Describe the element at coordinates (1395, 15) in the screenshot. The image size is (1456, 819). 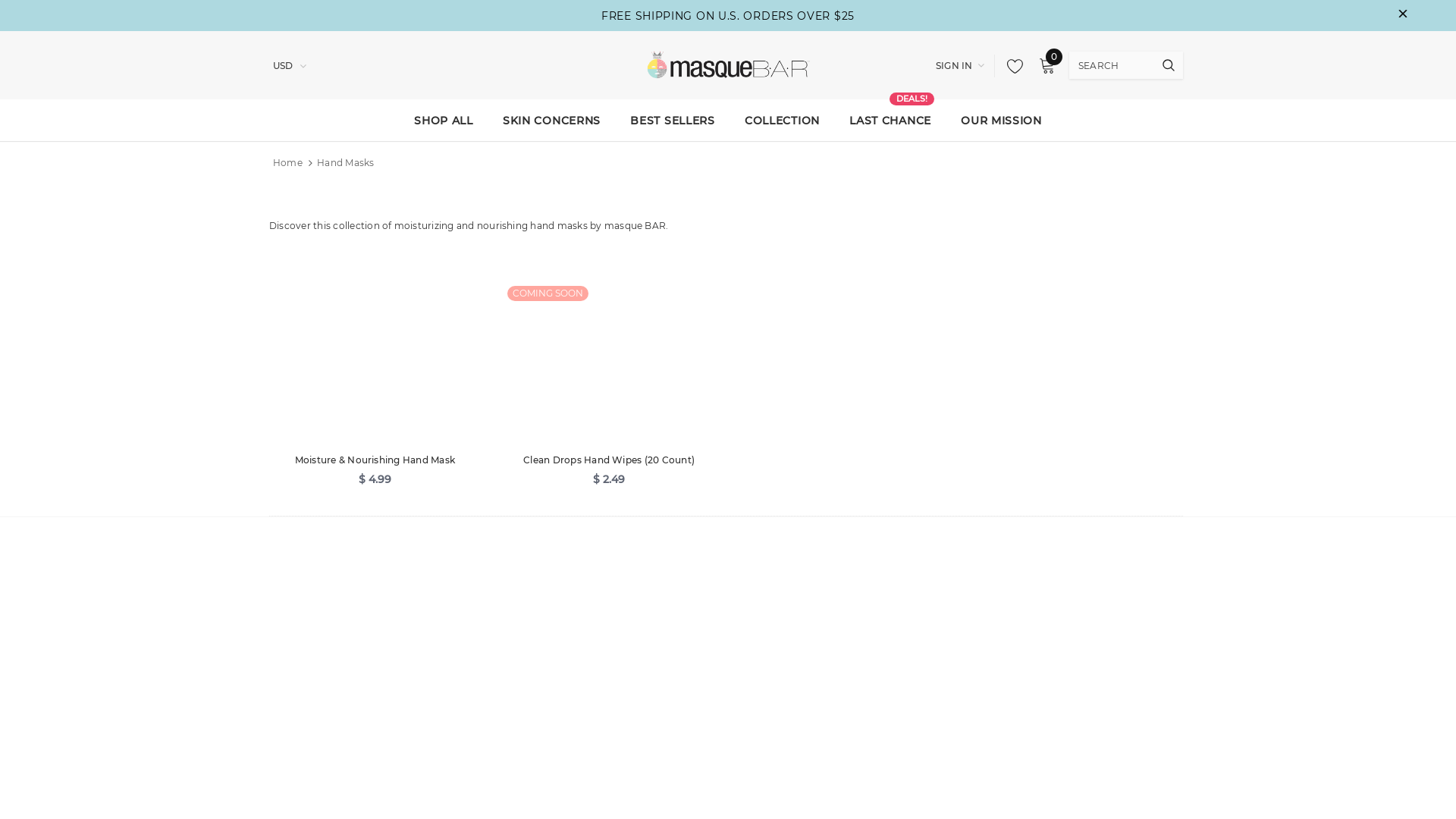
I see `'close'` at that location.